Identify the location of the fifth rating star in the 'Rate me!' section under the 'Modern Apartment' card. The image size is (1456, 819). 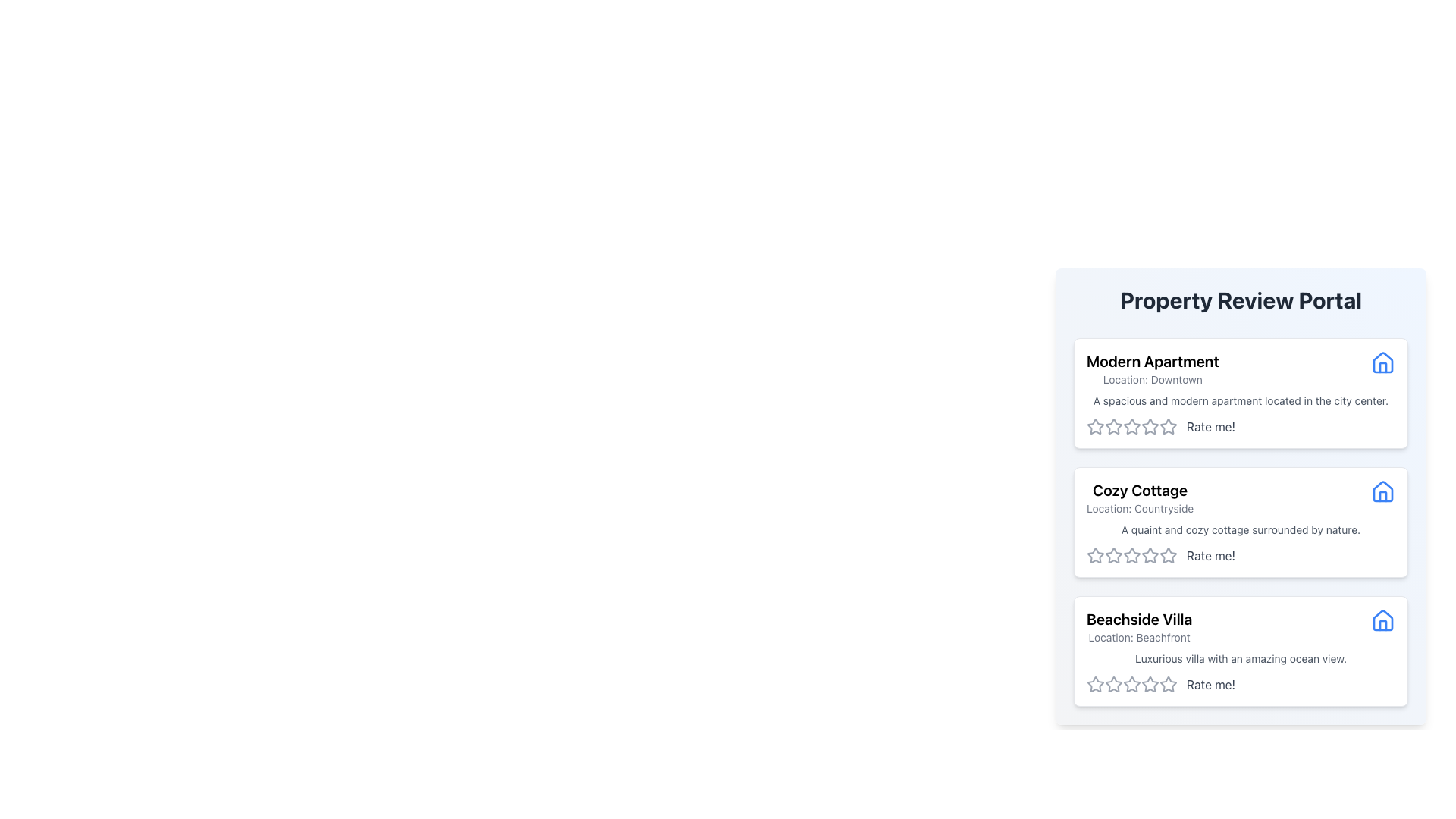
(1167, 427).